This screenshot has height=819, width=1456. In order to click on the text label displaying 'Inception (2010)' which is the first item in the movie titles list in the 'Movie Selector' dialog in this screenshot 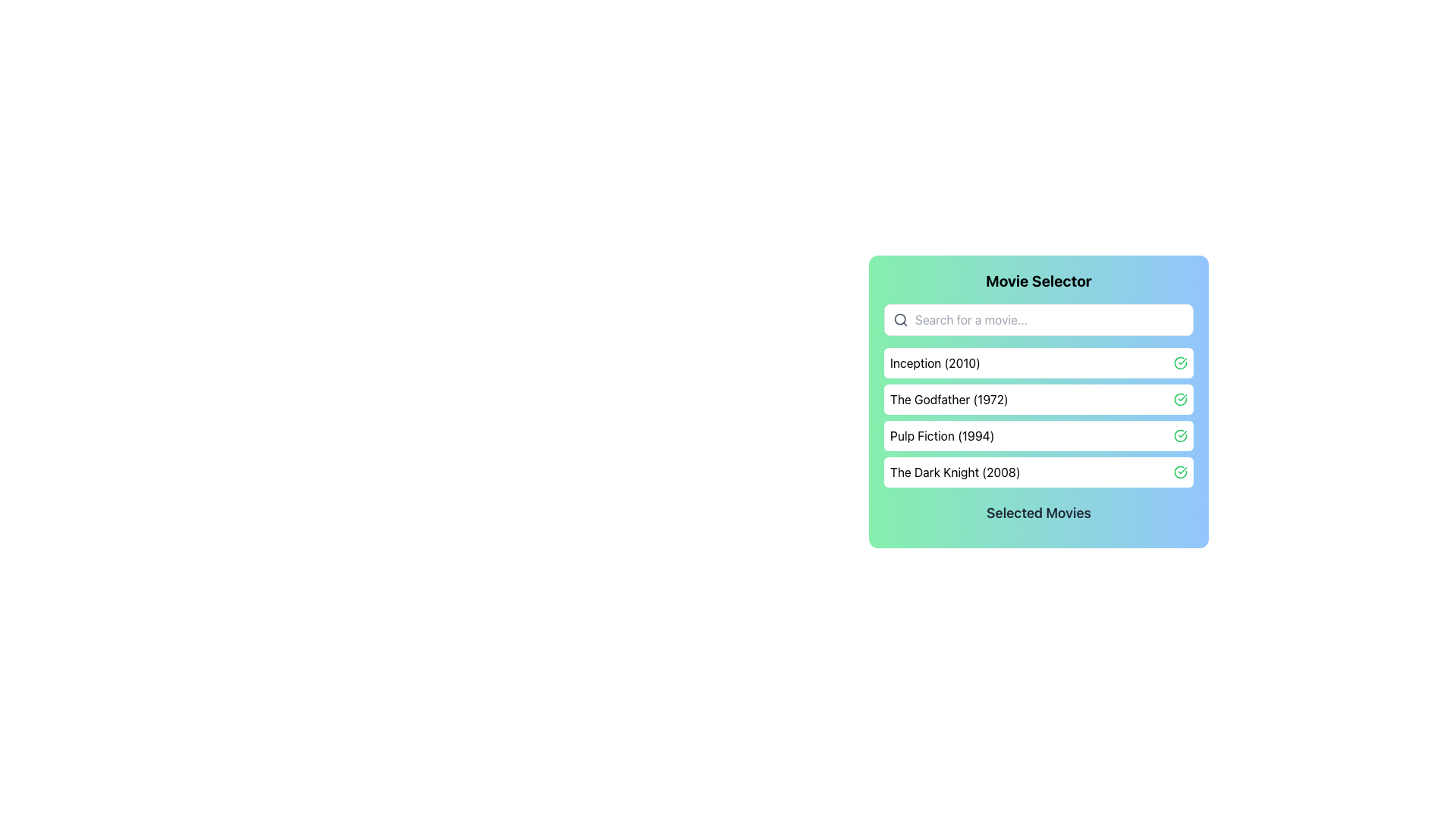, I will do `click(934, 362)`.